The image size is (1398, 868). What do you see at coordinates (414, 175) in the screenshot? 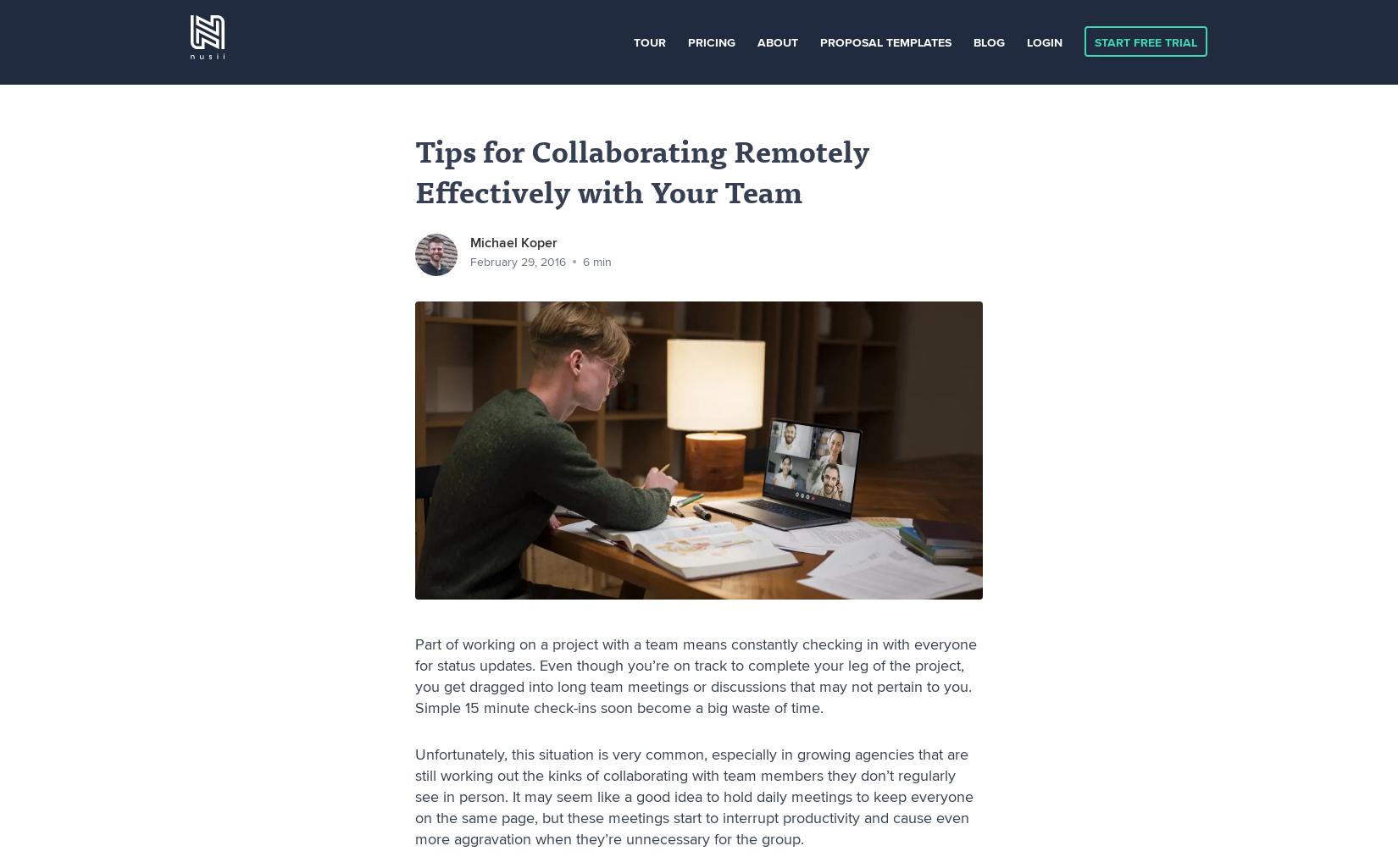
I see `'Tips for Collaborating Remotely Effectively with Your Team'` at bounding box center [414, 175].